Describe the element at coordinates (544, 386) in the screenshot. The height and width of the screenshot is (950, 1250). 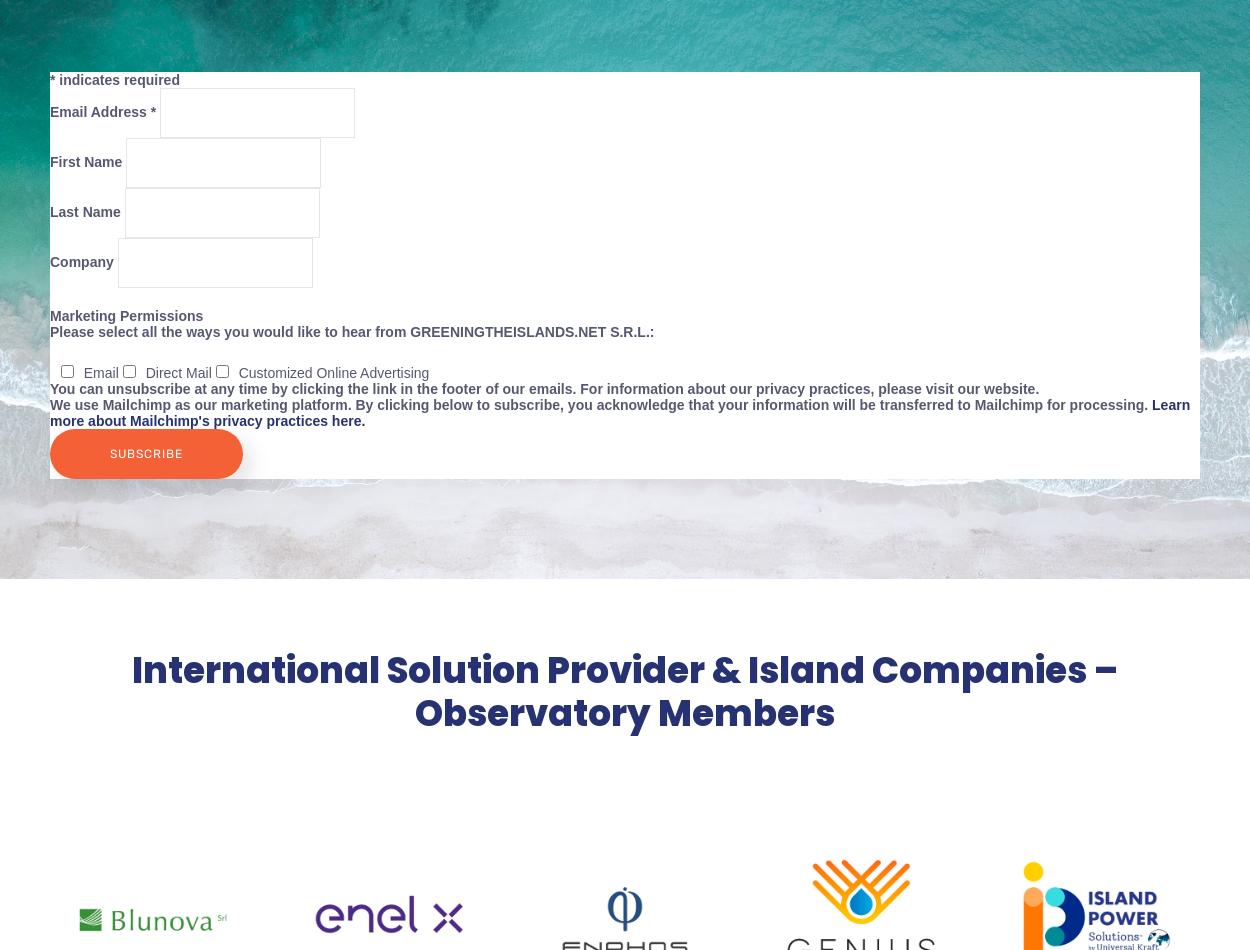
I see `'You can unsubscribe at any time by clicking the link in the footer of our emails. For information about our privacy practices, please visit our website.'` at that location.